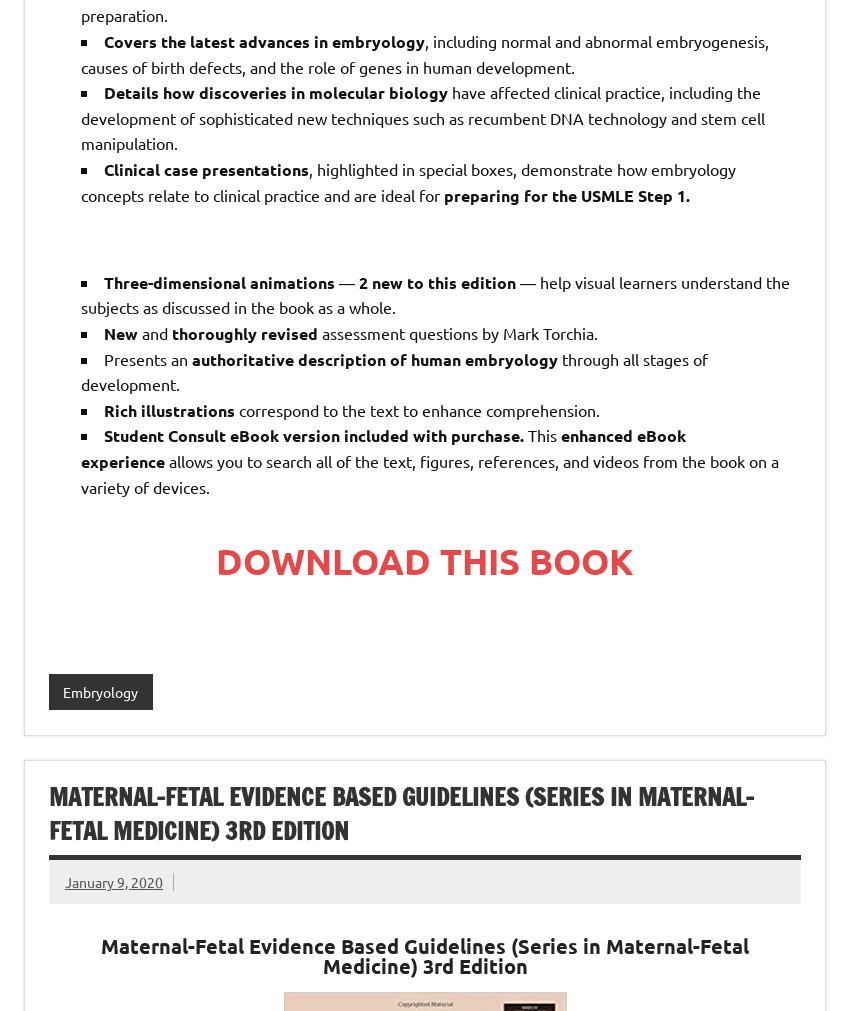 This screenshot has height=1011, width=850. Describe the element at coordinates (274, 91) in the screenshot. I see `'Details how discoveries in molecular biology'` at that location.